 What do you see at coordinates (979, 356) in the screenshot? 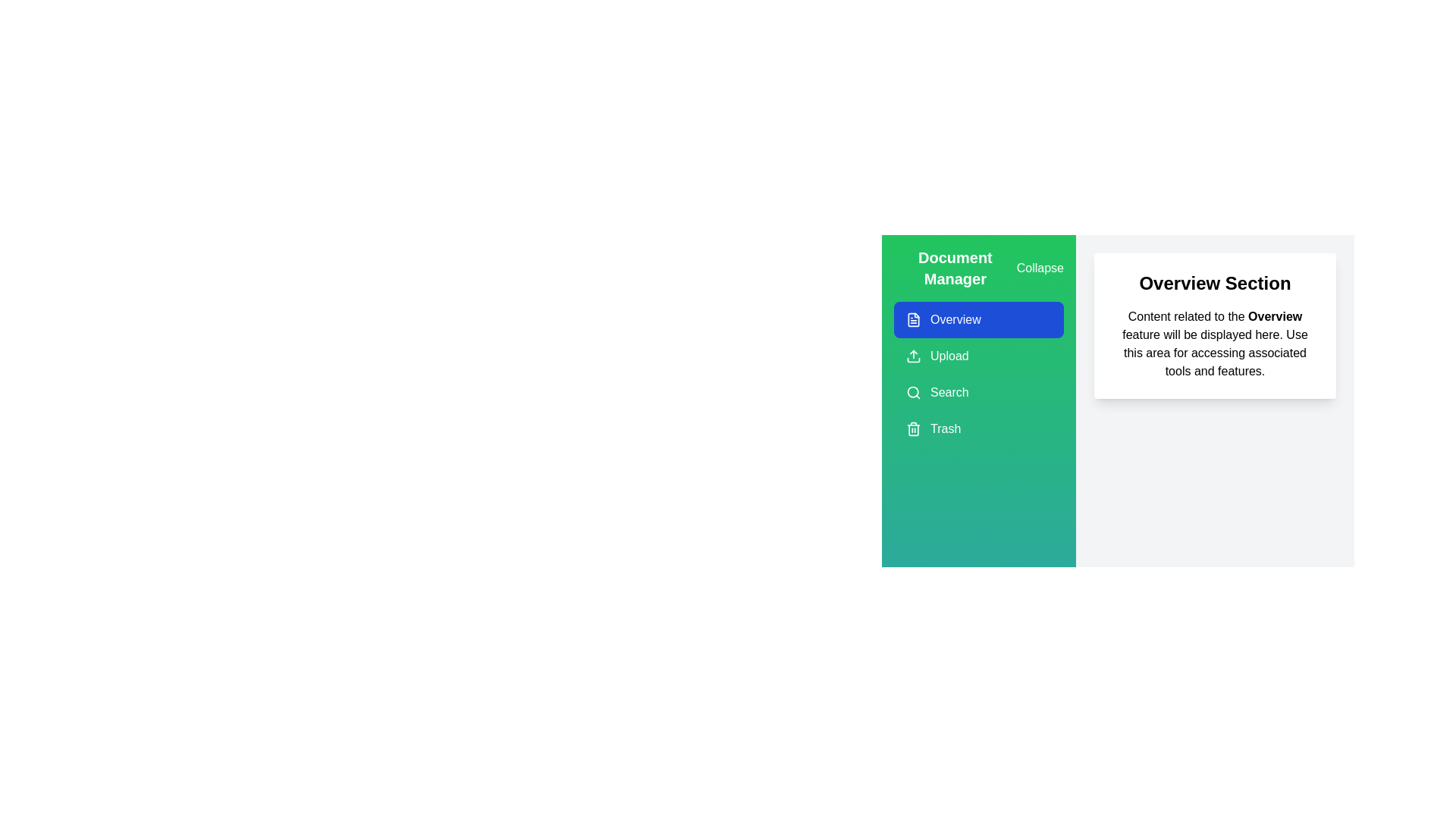
I see `the menu option Upload in the Document Management Drawer` at bounding box center [979, 356].